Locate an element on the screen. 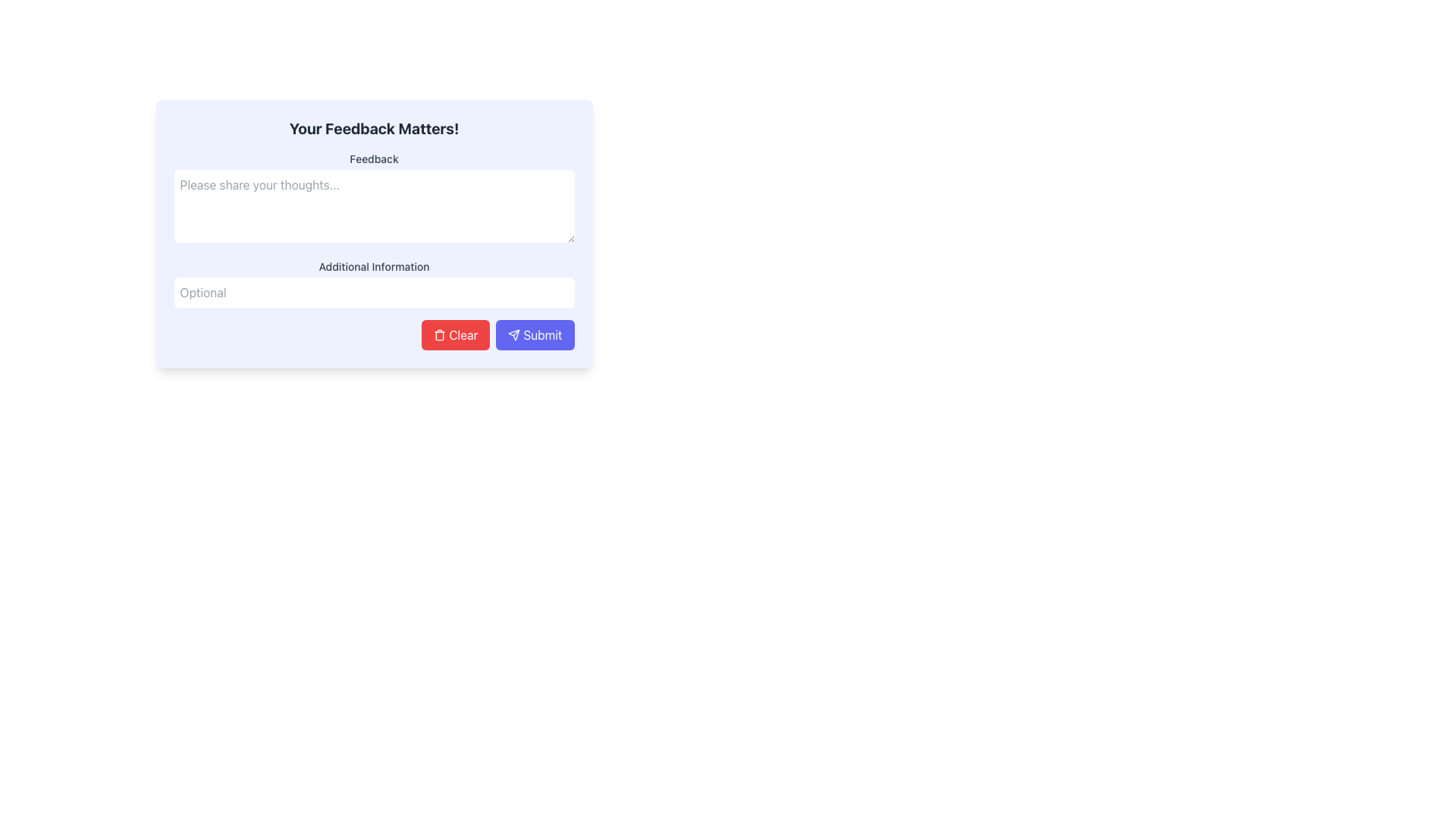 This screenshot has width=1456, height=819. the 'Clear' button which has white text on a red background, located below the text input fields in the feedback section is located at coordinates (463, 334).